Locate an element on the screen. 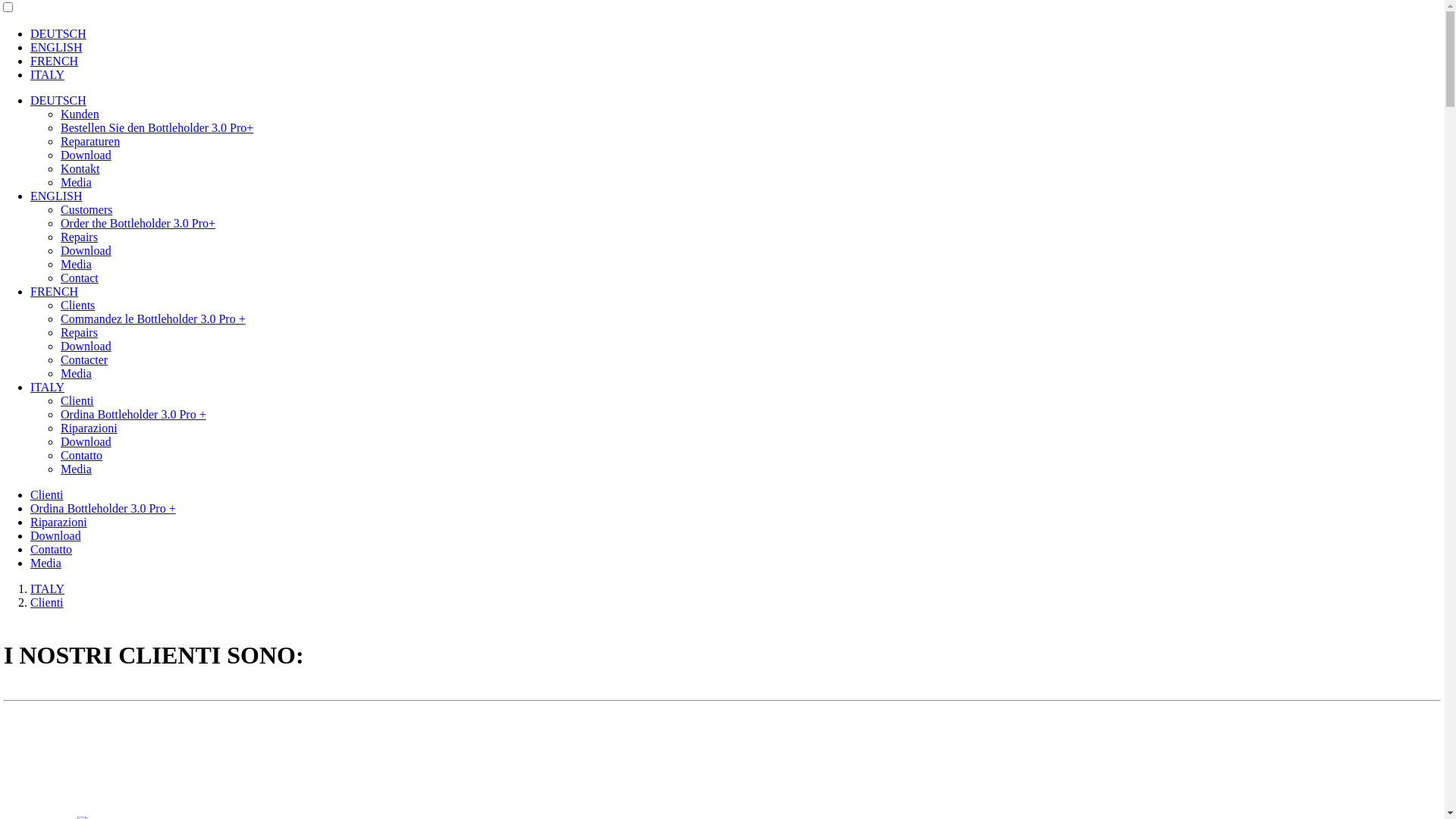  'ITALY' is located at coordinates (47, 74).